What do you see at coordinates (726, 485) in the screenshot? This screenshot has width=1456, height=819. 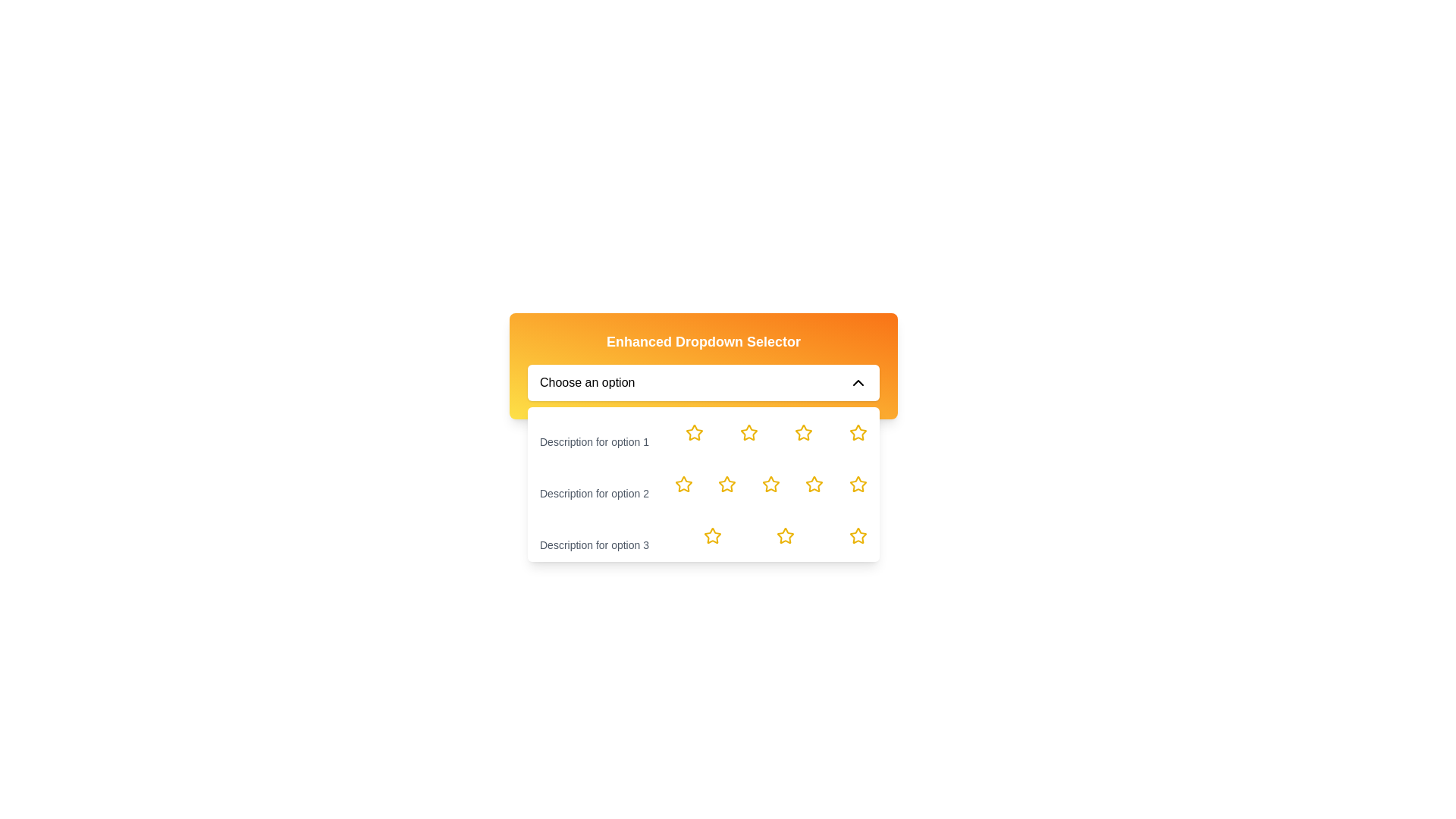 I see `the third star icon in the row associated with 'Option 2' in the dropdown list` at bounding box center [726, 485].